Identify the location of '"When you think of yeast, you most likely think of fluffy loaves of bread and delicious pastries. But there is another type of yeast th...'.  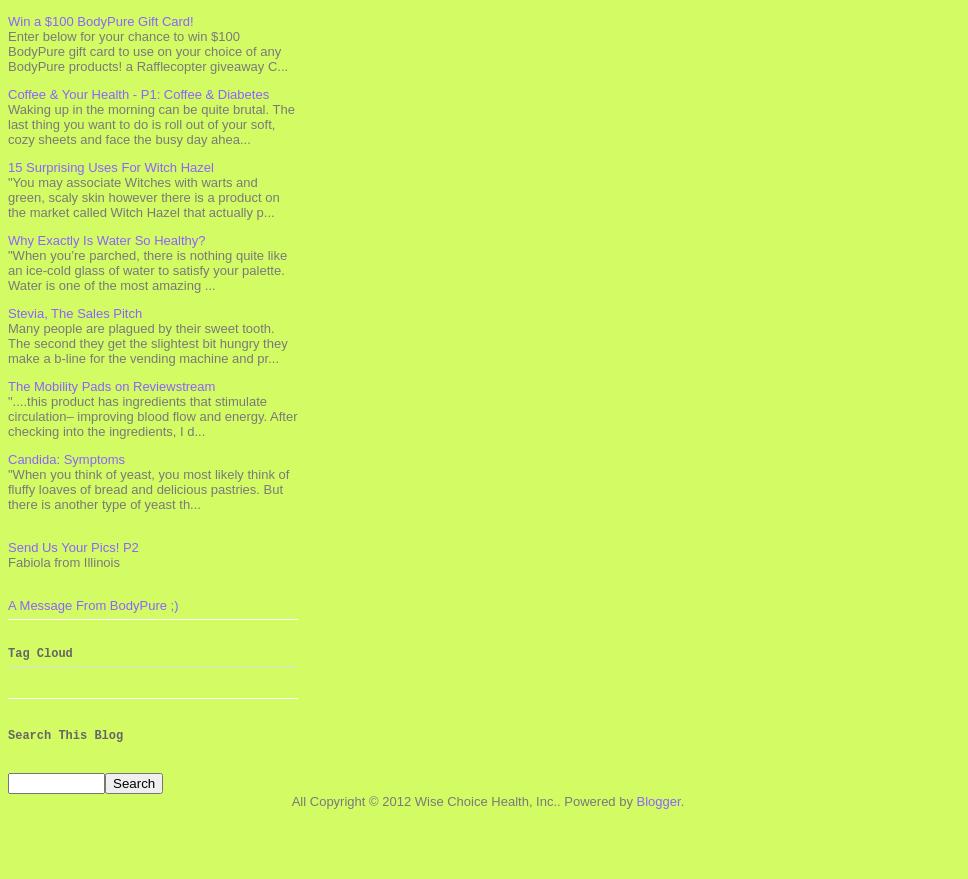
(147, 487).